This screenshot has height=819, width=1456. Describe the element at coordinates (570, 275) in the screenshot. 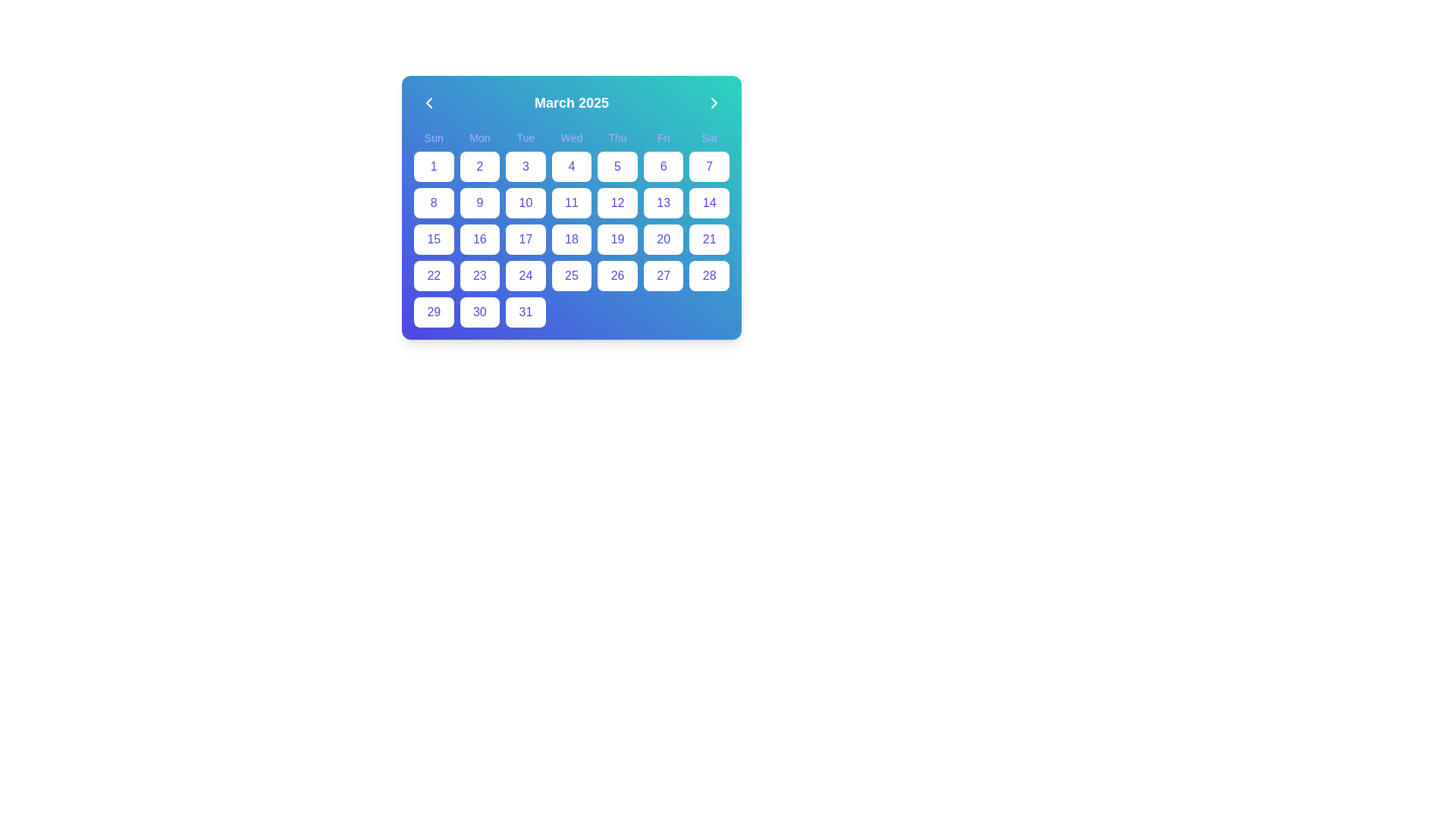

I see `the rounded rectangular button with the number '25' in indigo at its center to apply a ring effect` at that location.